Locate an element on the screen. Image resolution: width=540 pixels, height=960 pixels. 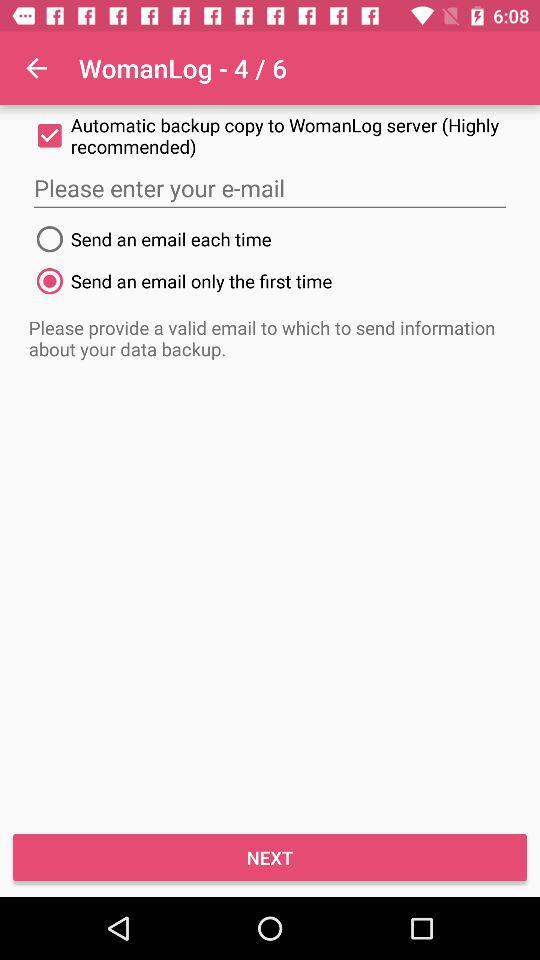
automatic backup copy is located at coordinates (270, 134).